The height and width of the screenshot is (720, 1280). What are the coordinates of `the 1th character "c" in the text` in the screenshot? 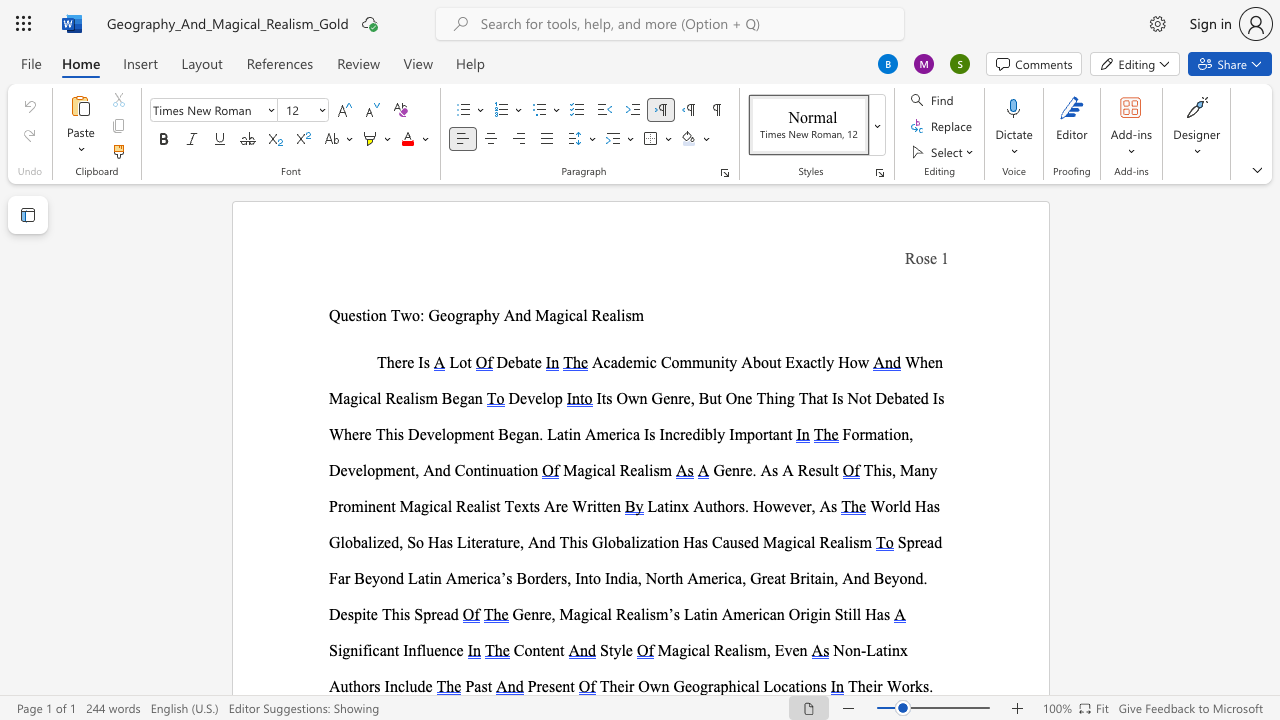 It's located at (743, 685).